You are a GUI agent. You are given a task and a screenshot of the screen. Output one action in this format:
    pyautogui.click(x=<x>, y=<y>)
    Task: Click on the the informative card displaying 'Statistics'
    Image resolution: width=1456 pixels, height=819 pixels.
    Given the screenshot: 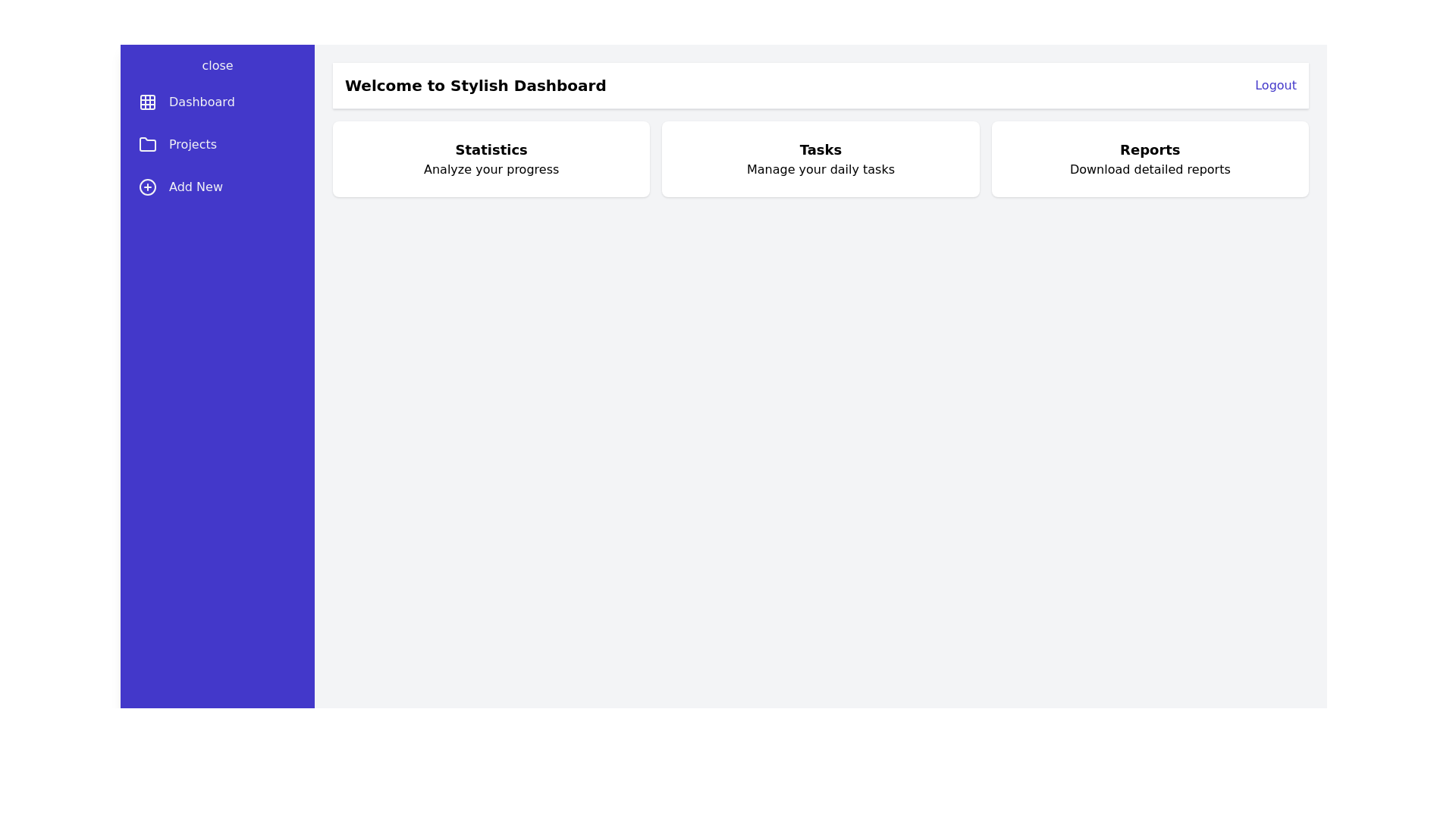 What is the action you would take?
    pyautogui.click(x=491, y=158)
    